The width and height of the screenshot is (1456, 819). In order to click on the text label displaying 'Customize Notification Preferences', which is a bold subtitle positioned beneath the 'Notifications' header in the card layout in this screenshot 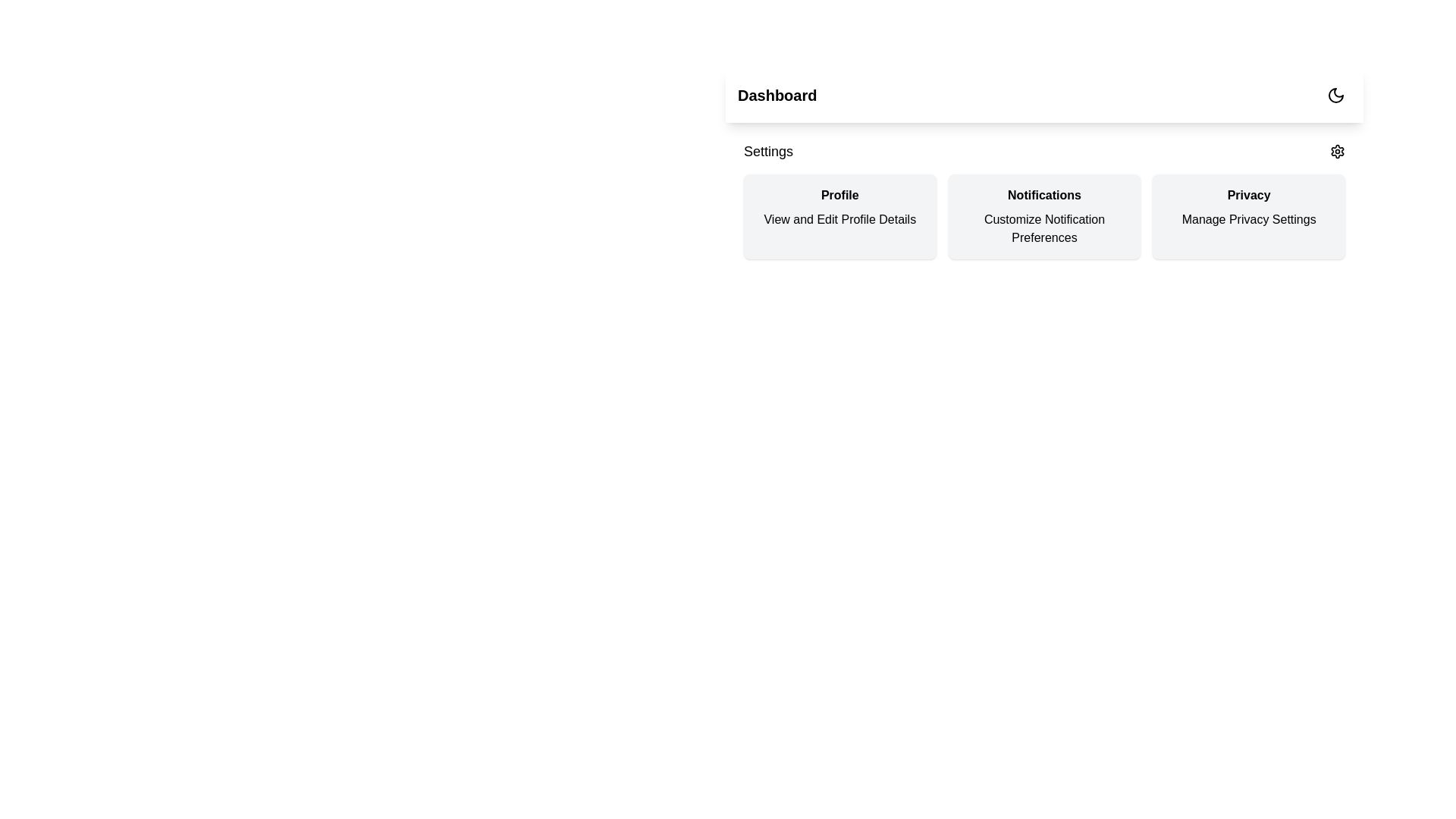, I will do `click(1043, 228)`.